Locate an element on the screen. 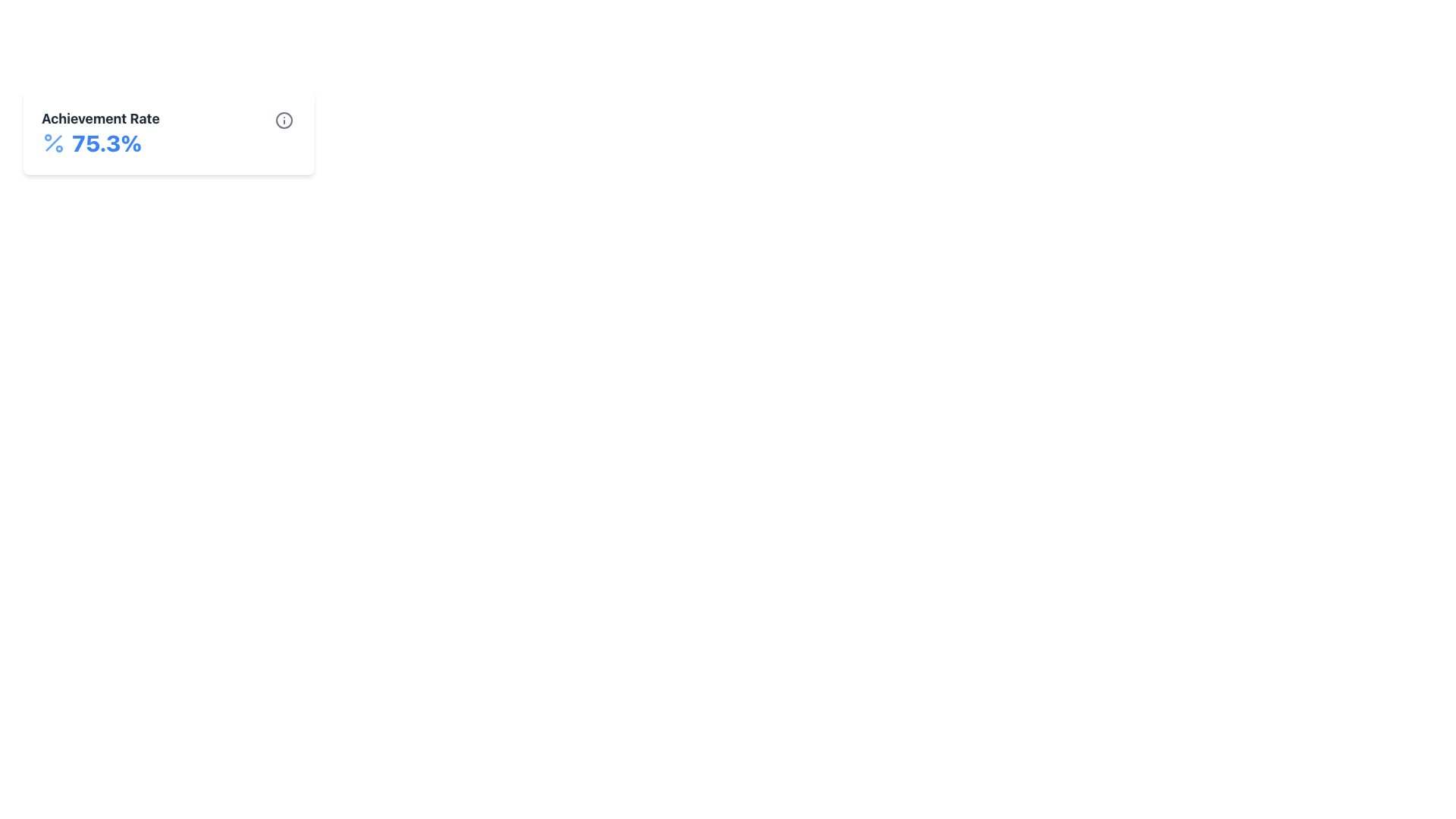 The height and width of the screenshot is (819, 1456). the circular graphical element that is part of an SVG graphic, positioned near the 'Achievement Rate' text and aligned to the right of it is located at coordinates (284, 119).